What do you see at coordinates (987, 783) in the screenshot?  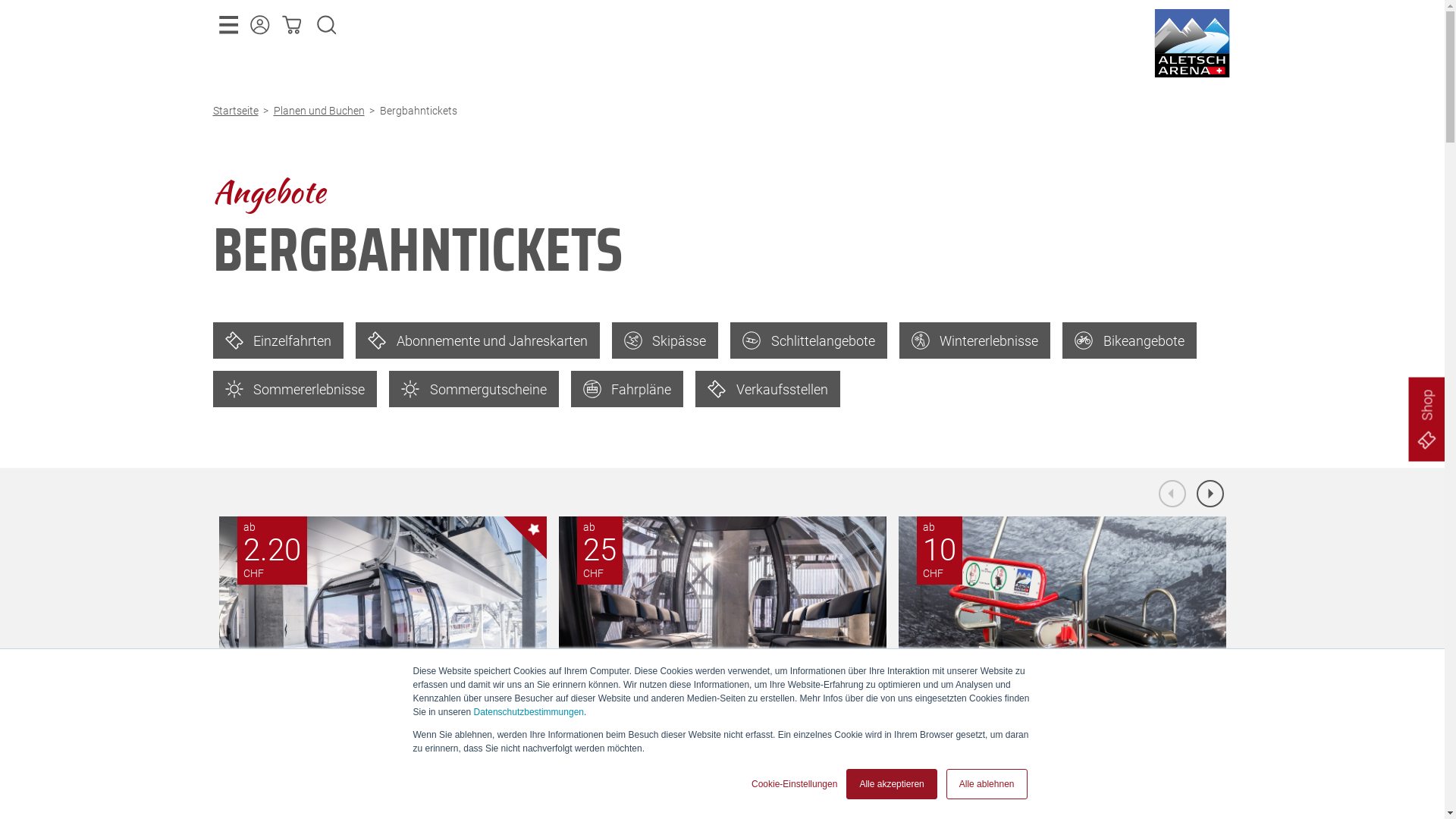 I see `'Alle ablehnen'` at bounding box center [987, 783].